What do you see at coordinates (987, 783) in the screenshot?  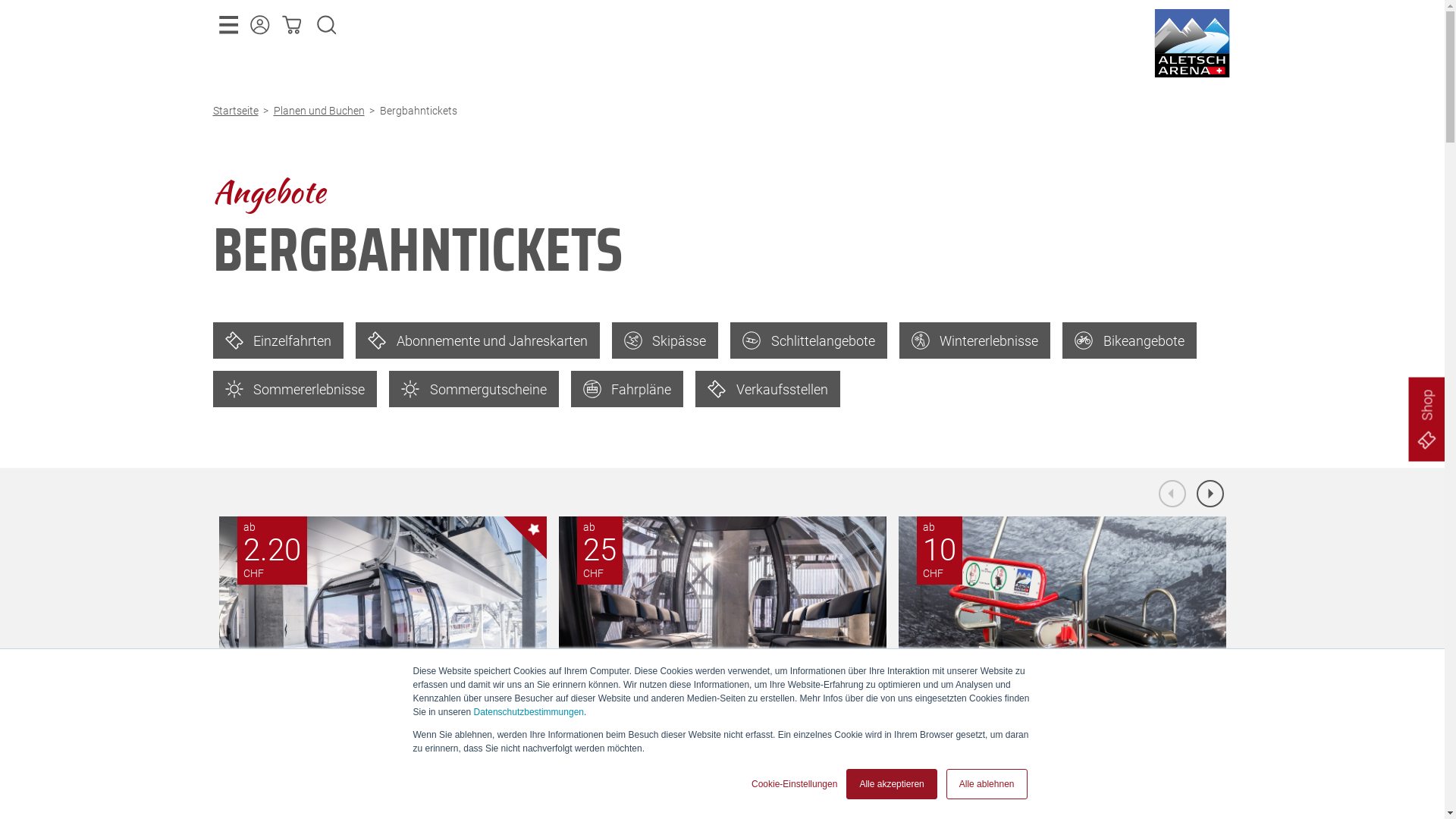 I see `'Alle ablehnen'` at bounding box center [987, 783].